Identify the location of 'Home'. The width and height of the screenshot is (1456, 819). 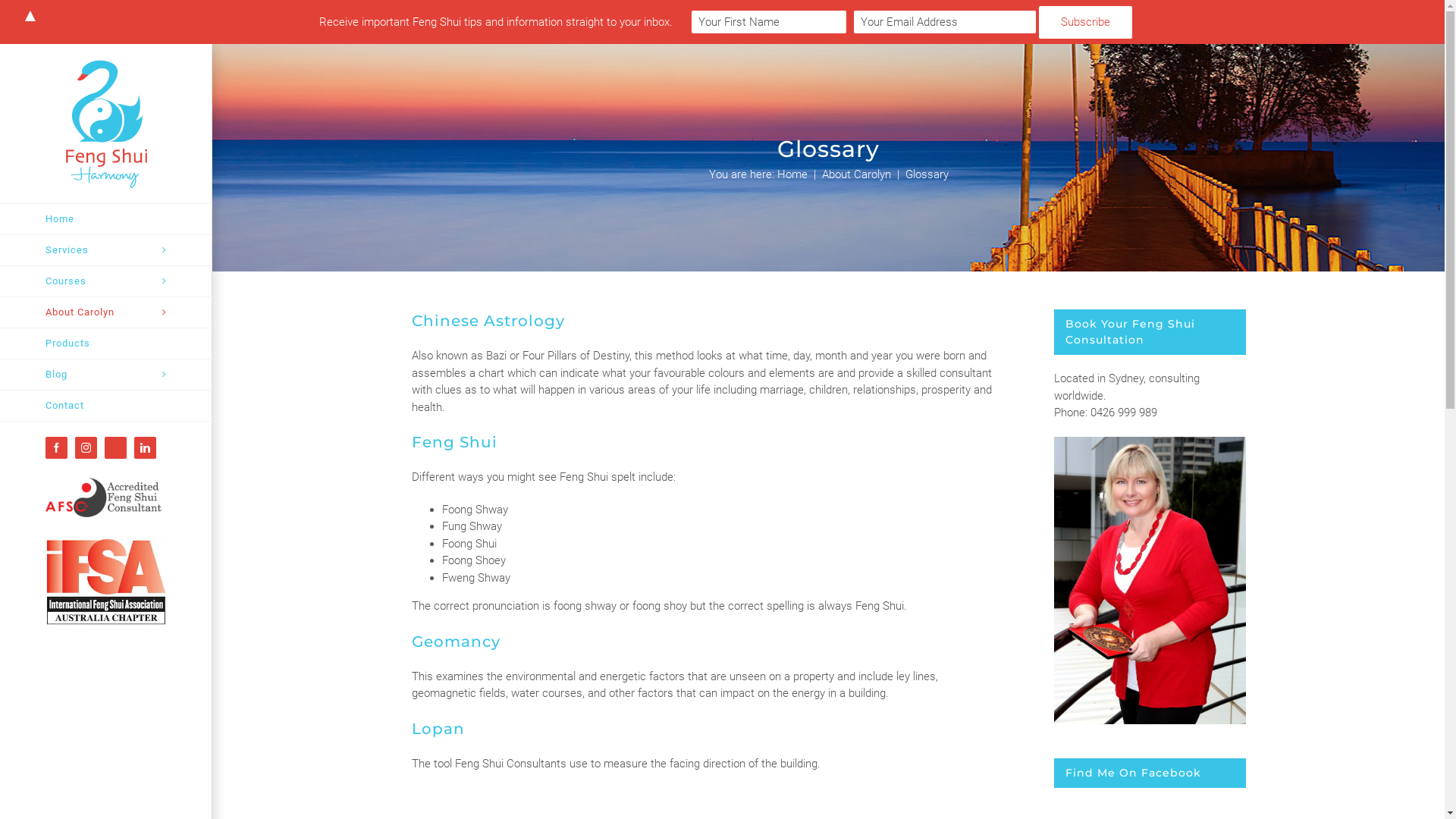
(105, 219).